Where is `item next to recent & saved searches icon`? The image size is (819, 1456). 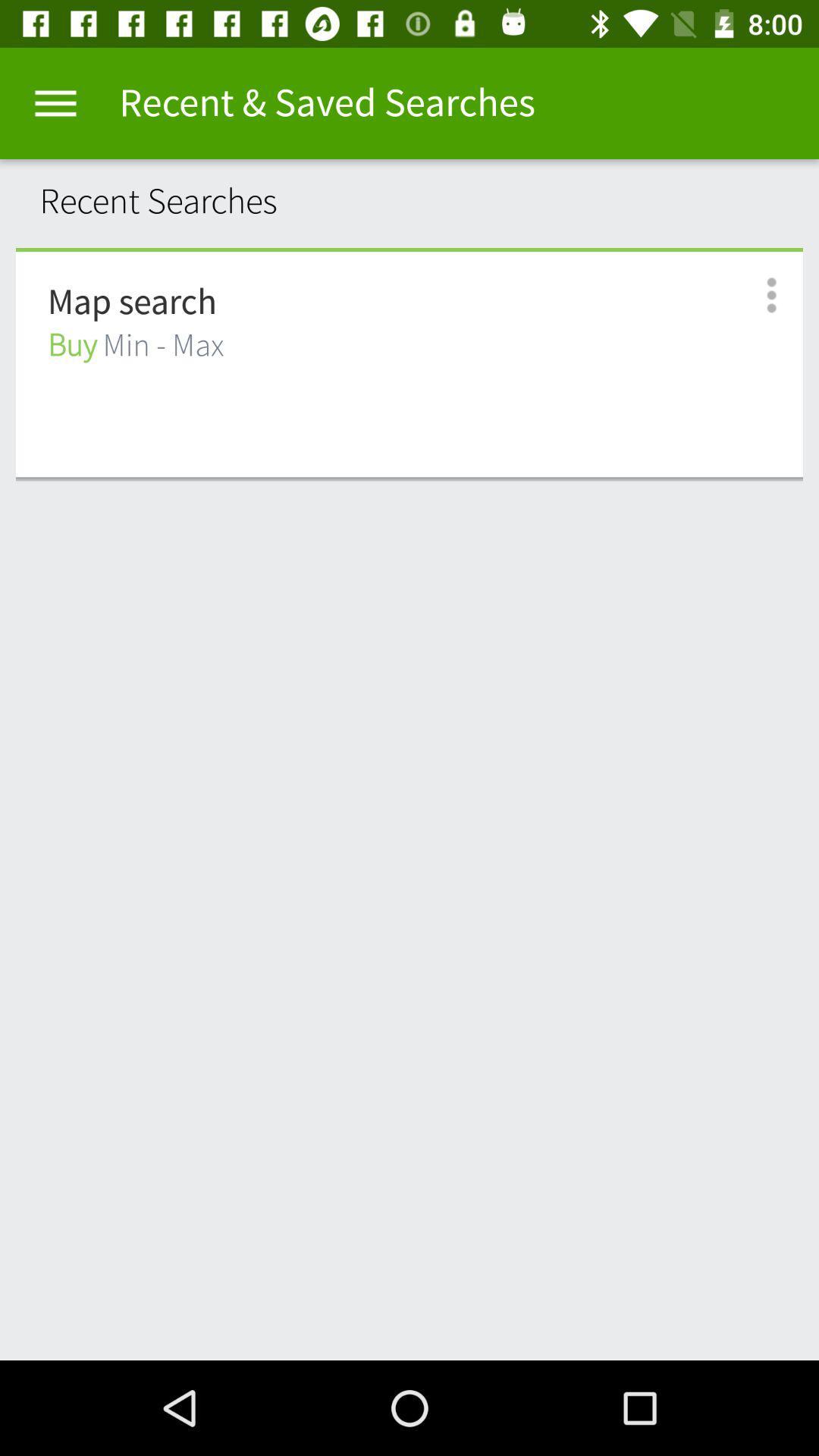 item next to recent & saved searches icon is located at coordinates (55, 102).